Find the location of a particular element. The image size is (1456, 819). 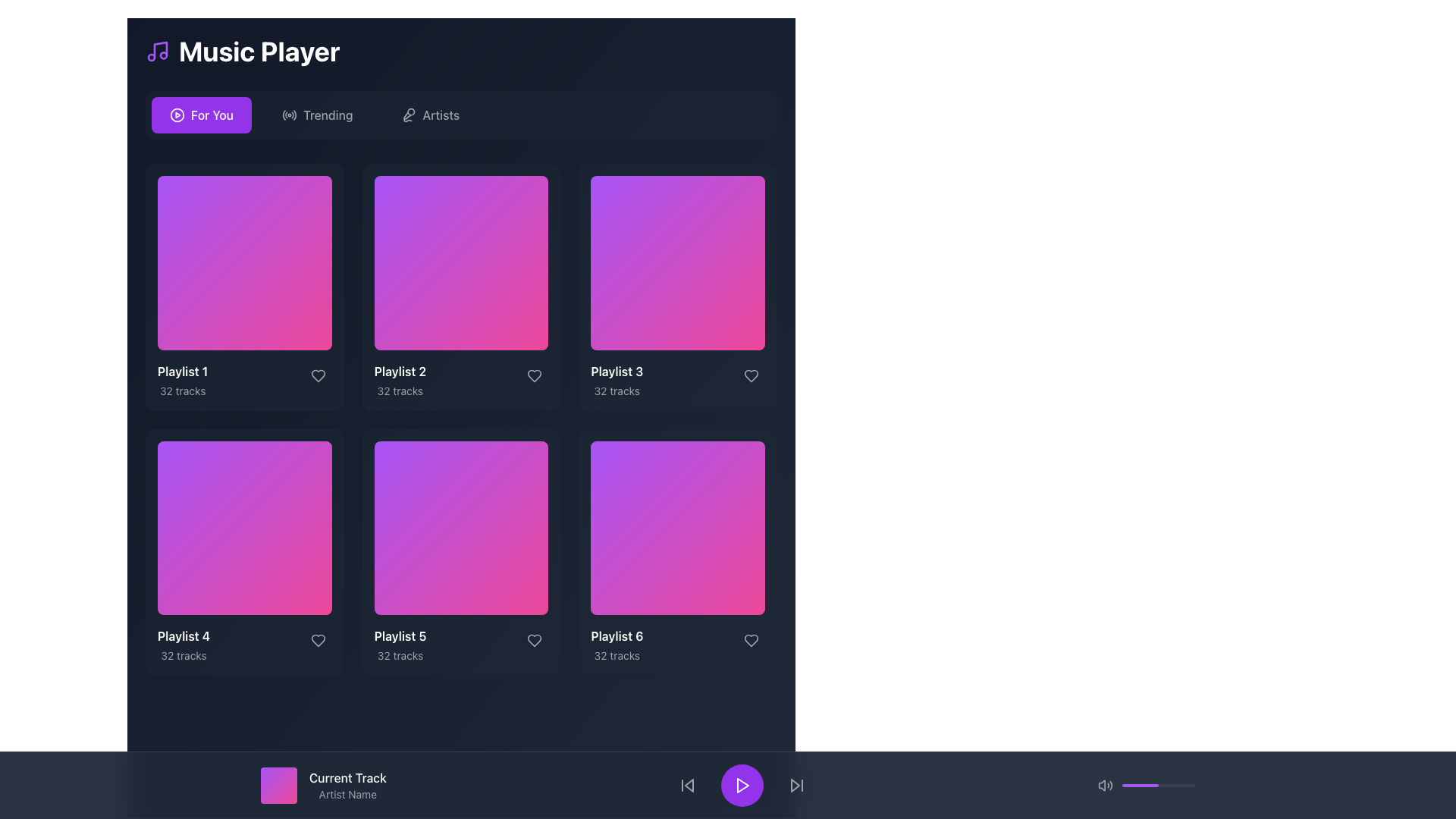

the volume slider is located at coordinates (1180, 785).